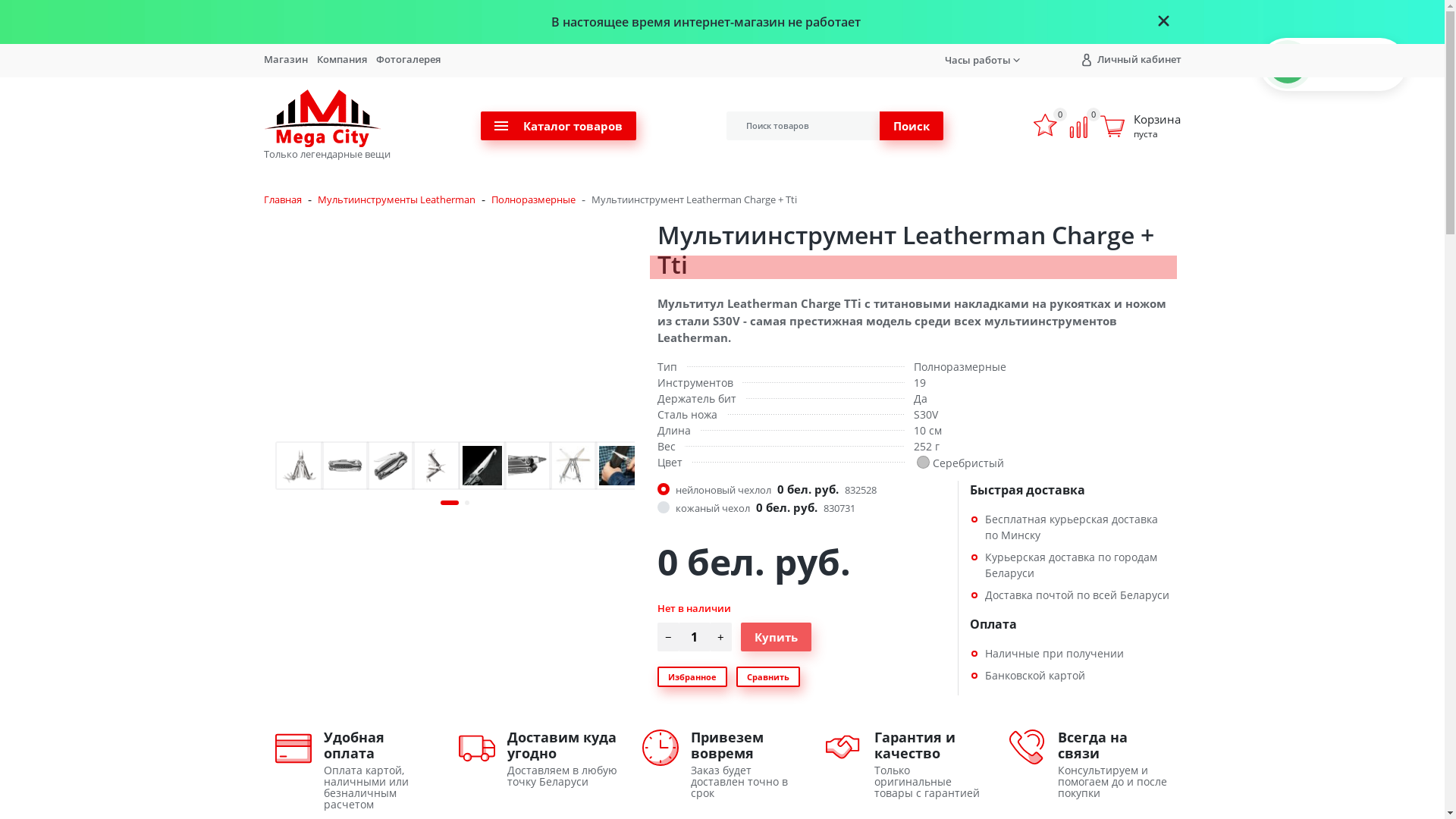 This screenshot has height=819, width=1456. Describe the element at coordinates (619, 464) in the screenshot. I see `'7-charge-tti-gut-hook.jpg'` at that location.